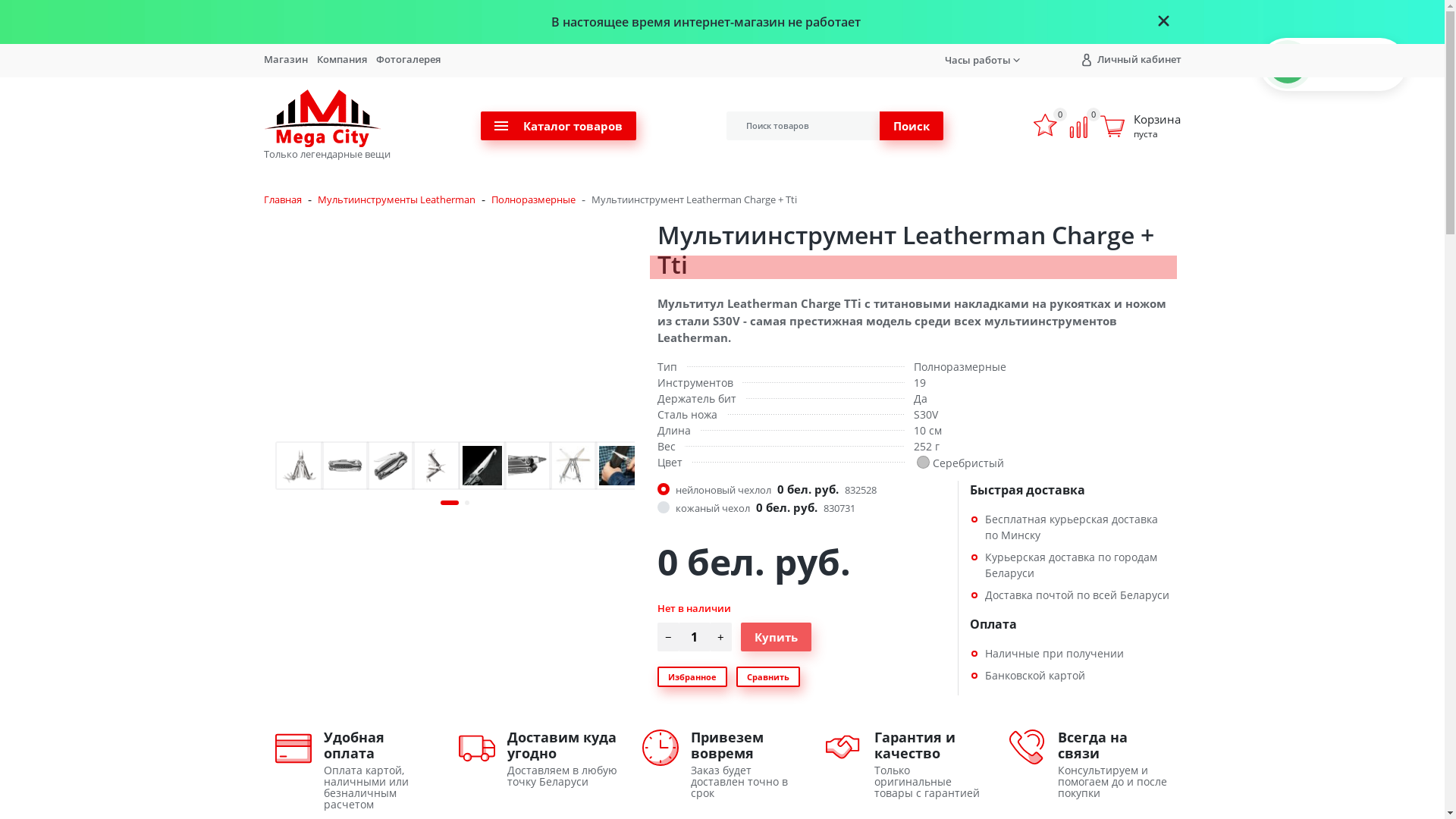 This screenshot has height=819, width=1456. Describe the element at coordinates (619, 464) in the screenshot. I see `'7-charge-tti-gut-hook.jpg'` at that location.